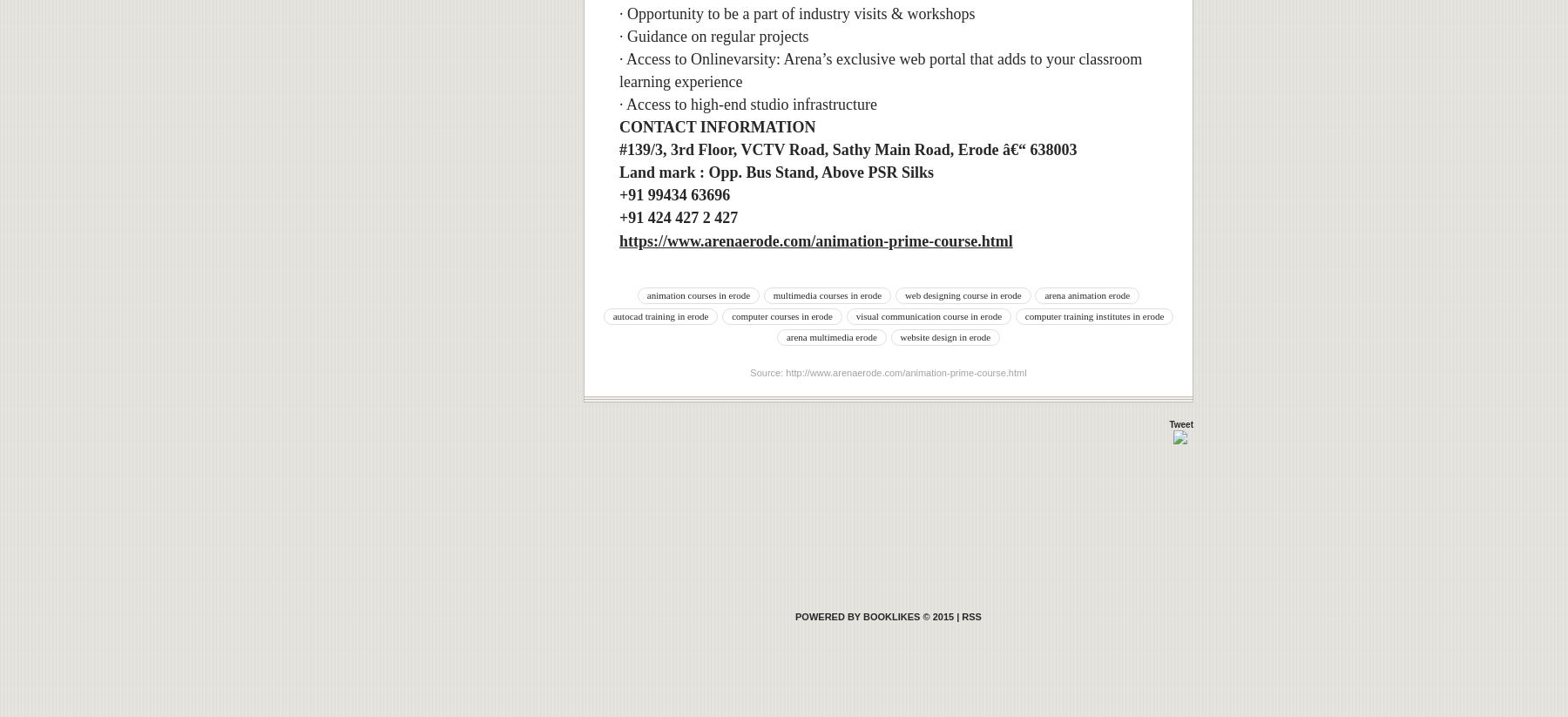  I want to click on 'Land mark : Opp. Bus Stand, Above PSR Silks', so click(776, 172).